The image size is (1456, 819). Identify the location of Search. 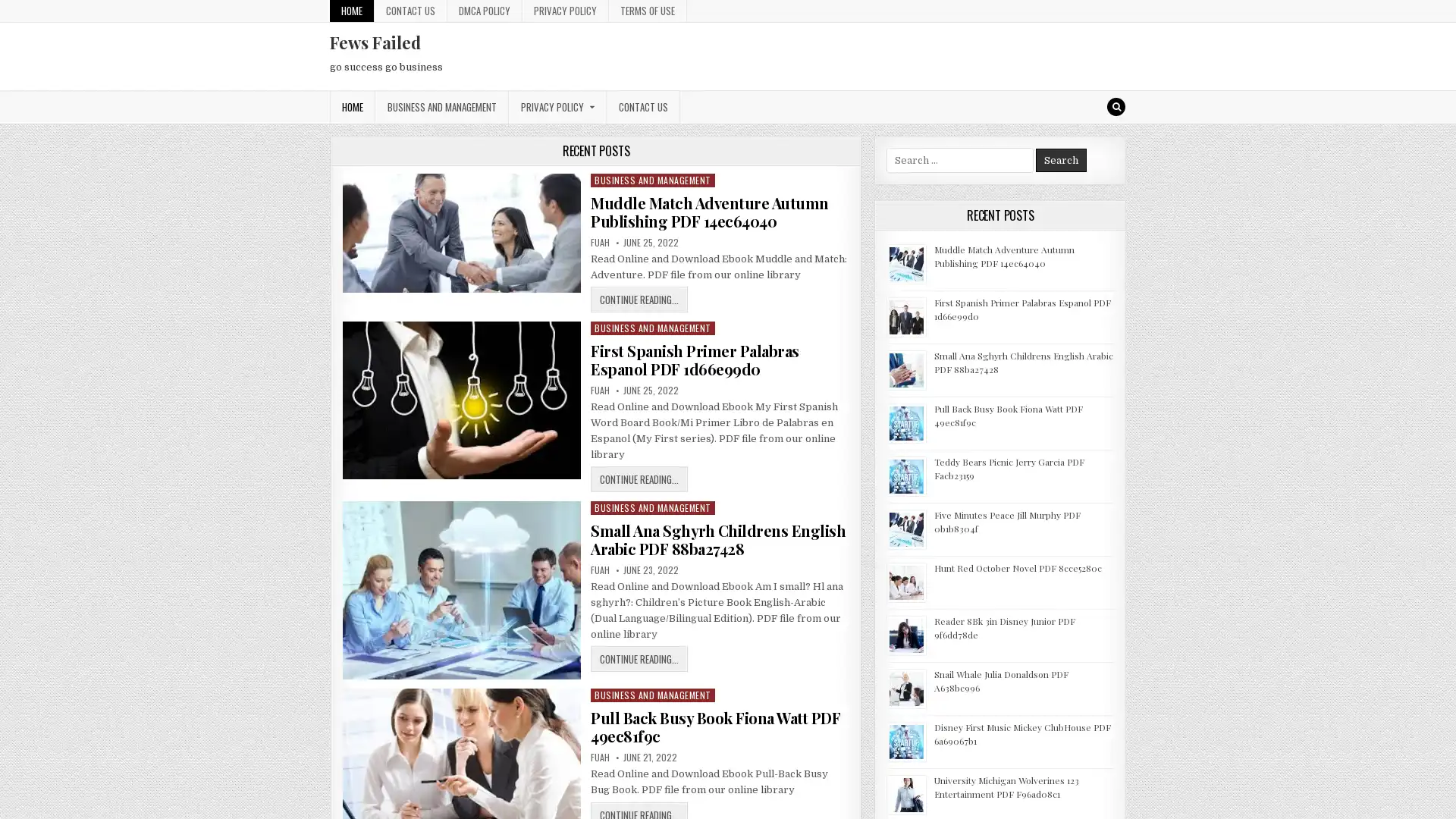
(1060, 160).